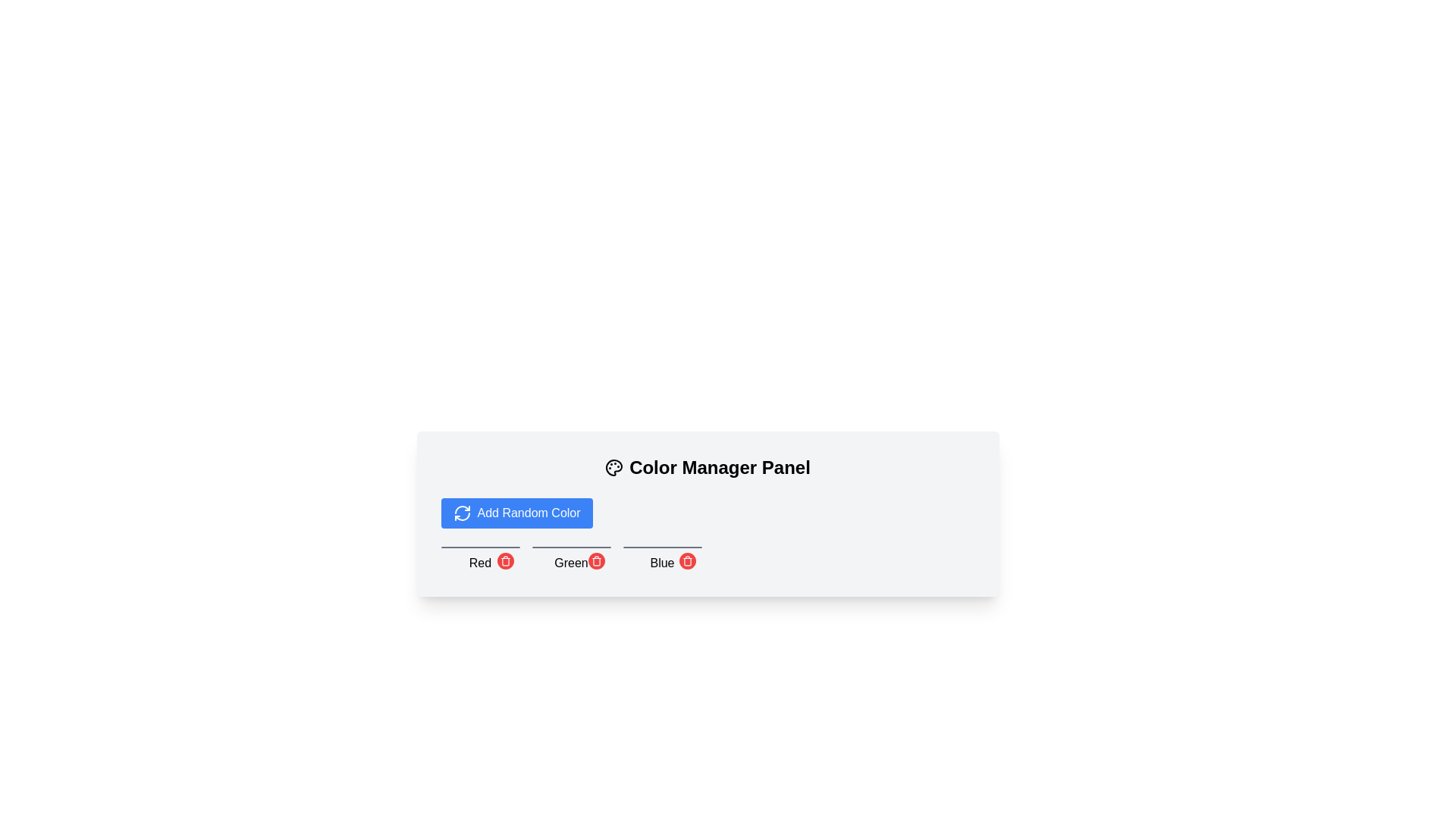 This screenshot has width=1456, height=819. Describe the element at coordinates (707, 559) in the screenshot. I see `color labels for information in the Grid of selectable or modifiable color items located below the 'Add Random Color' button in the 'Color Manager Panel'` at that location.